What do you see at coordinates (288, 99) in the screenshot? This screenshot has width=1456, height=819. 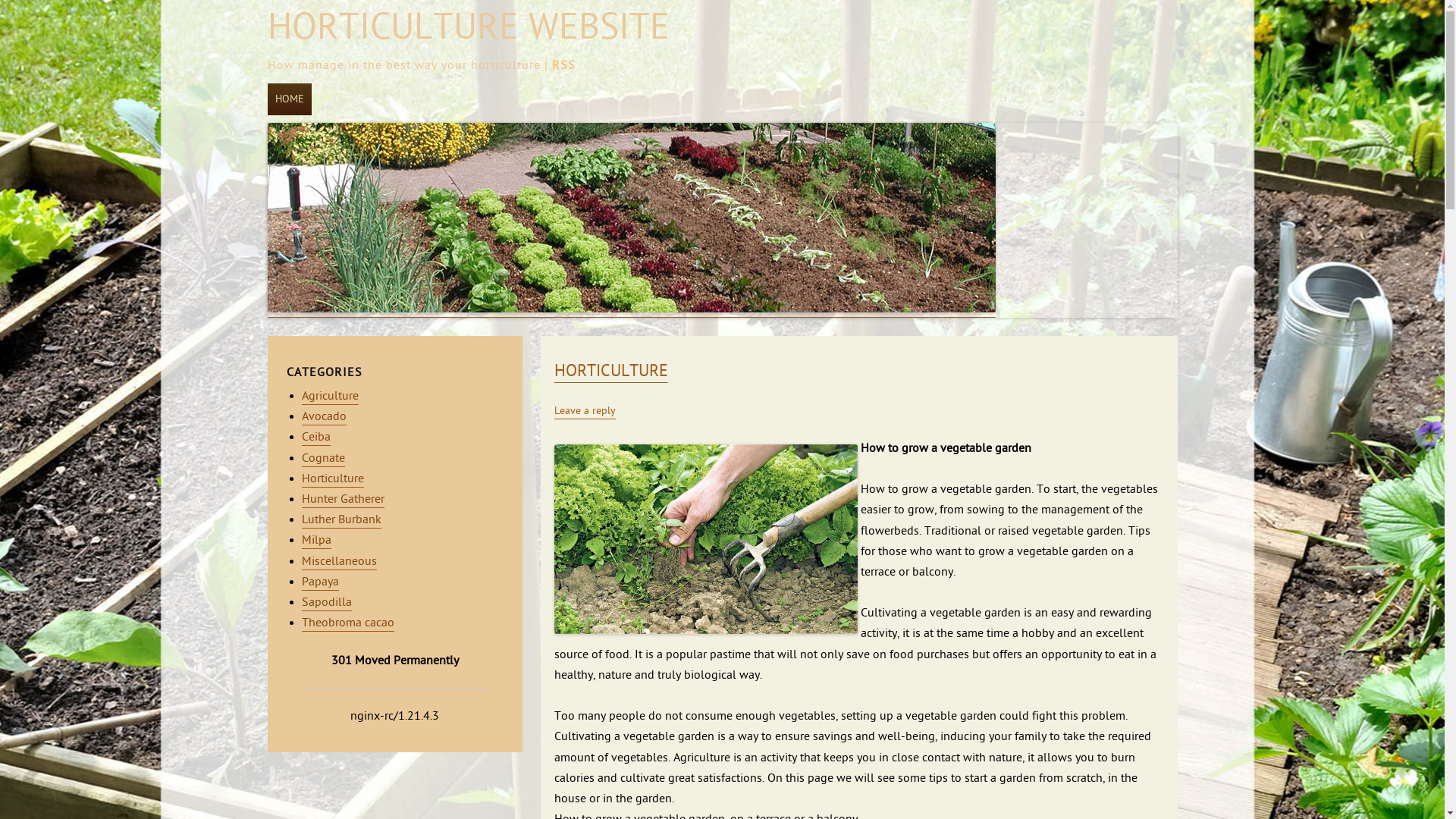 I see `'HOME'` at bounding box center [288, 99].